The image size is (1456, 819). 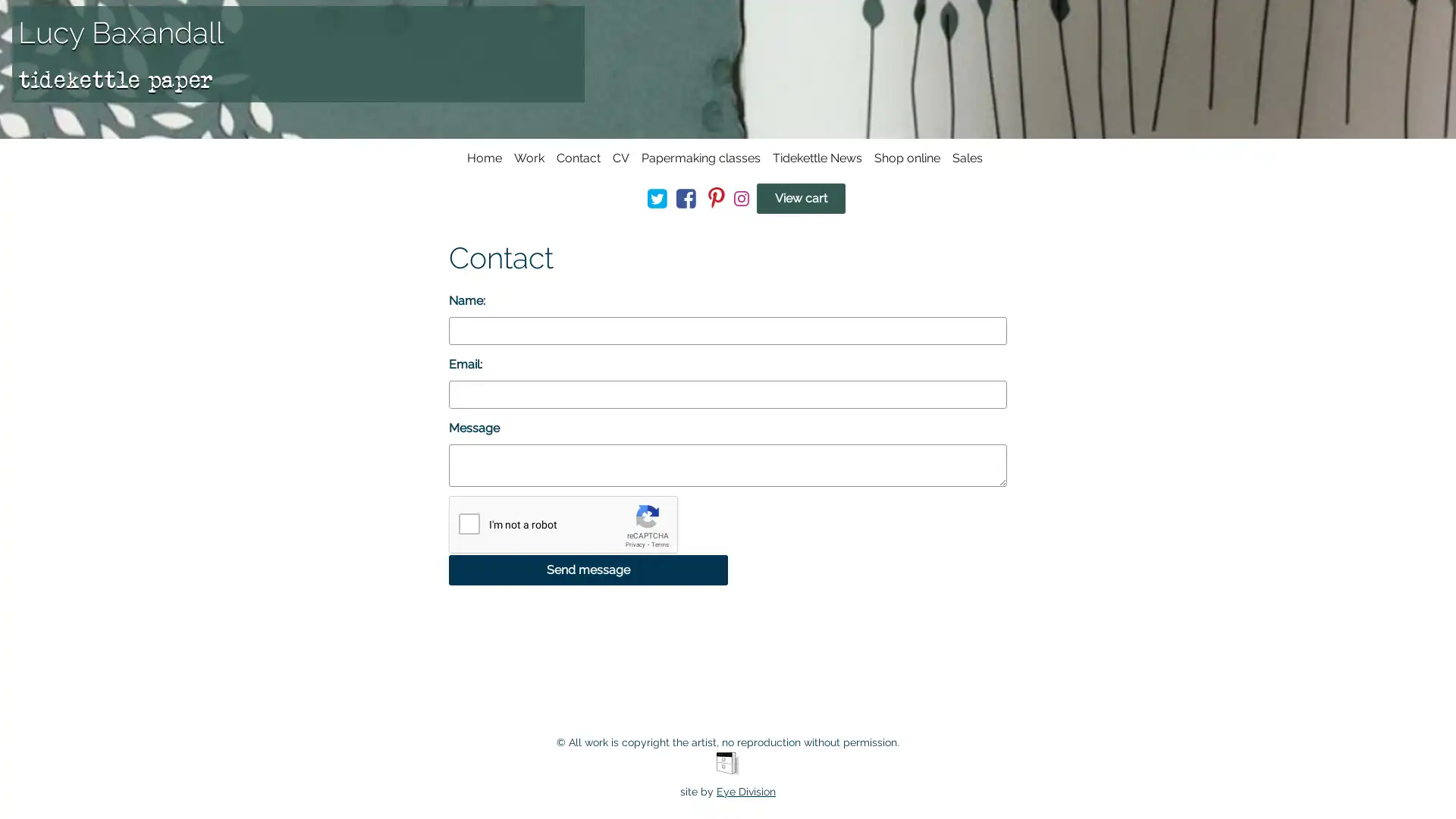 What do you see at coordinates (588, 570) in the screenshot?
I see `Send message` at bounding box center [588, 570].